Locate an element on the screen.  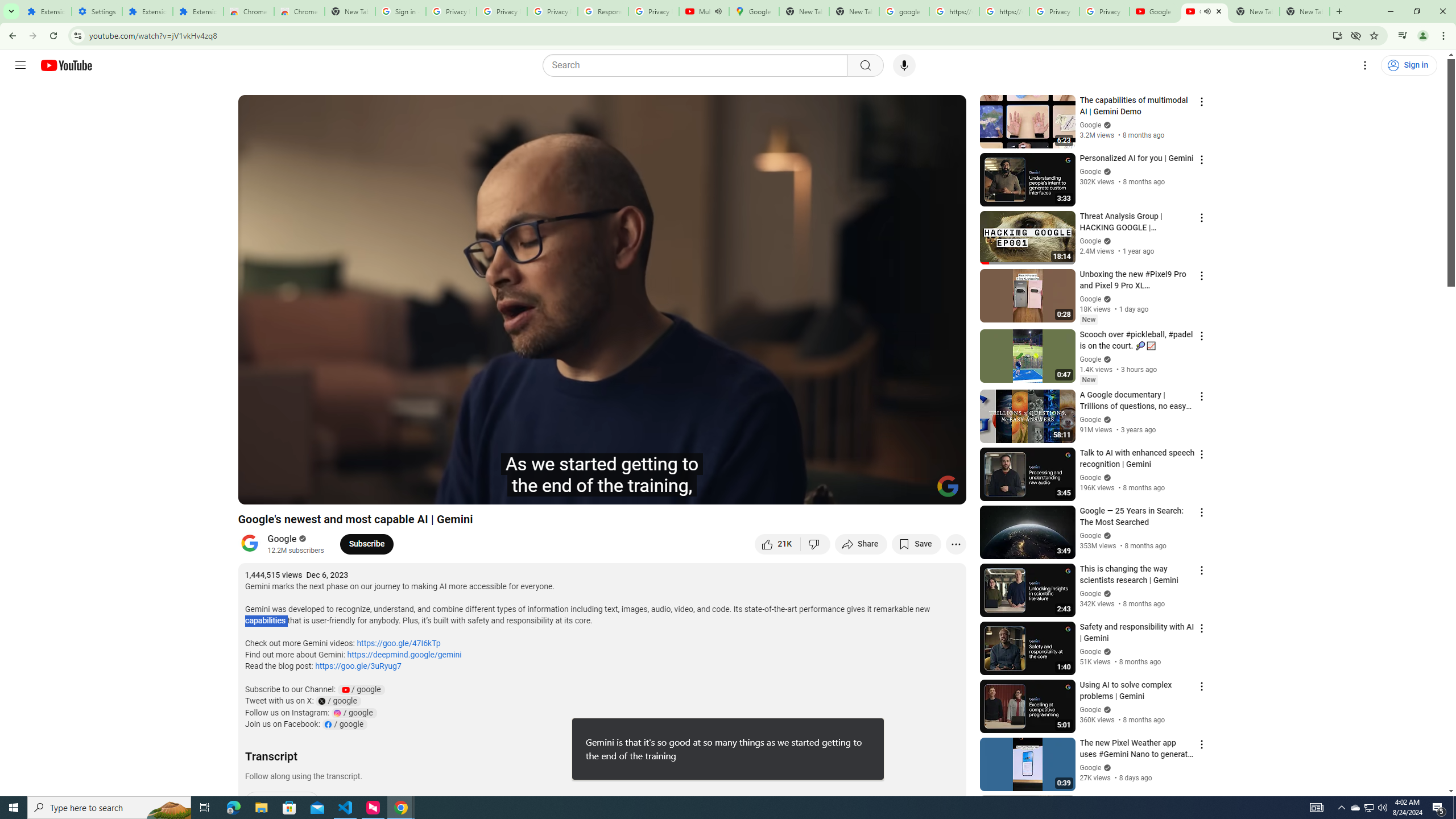
'https://scholar.google.com/' is located at coordinates (1004, 11).